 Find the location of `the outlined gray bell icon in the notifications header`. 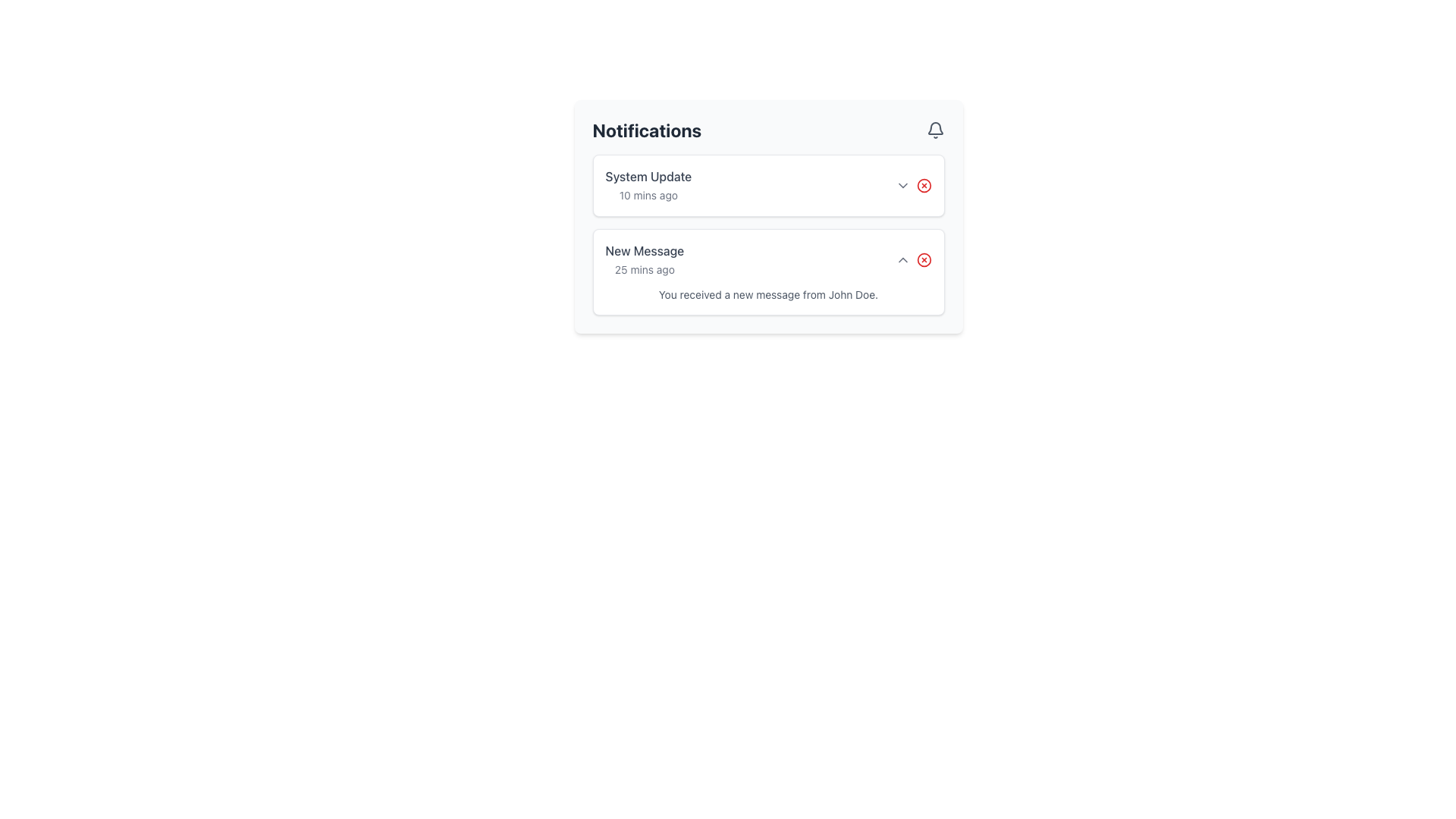

the outlined gray bell icon in the notifications header is located at coordinates (934, 130).